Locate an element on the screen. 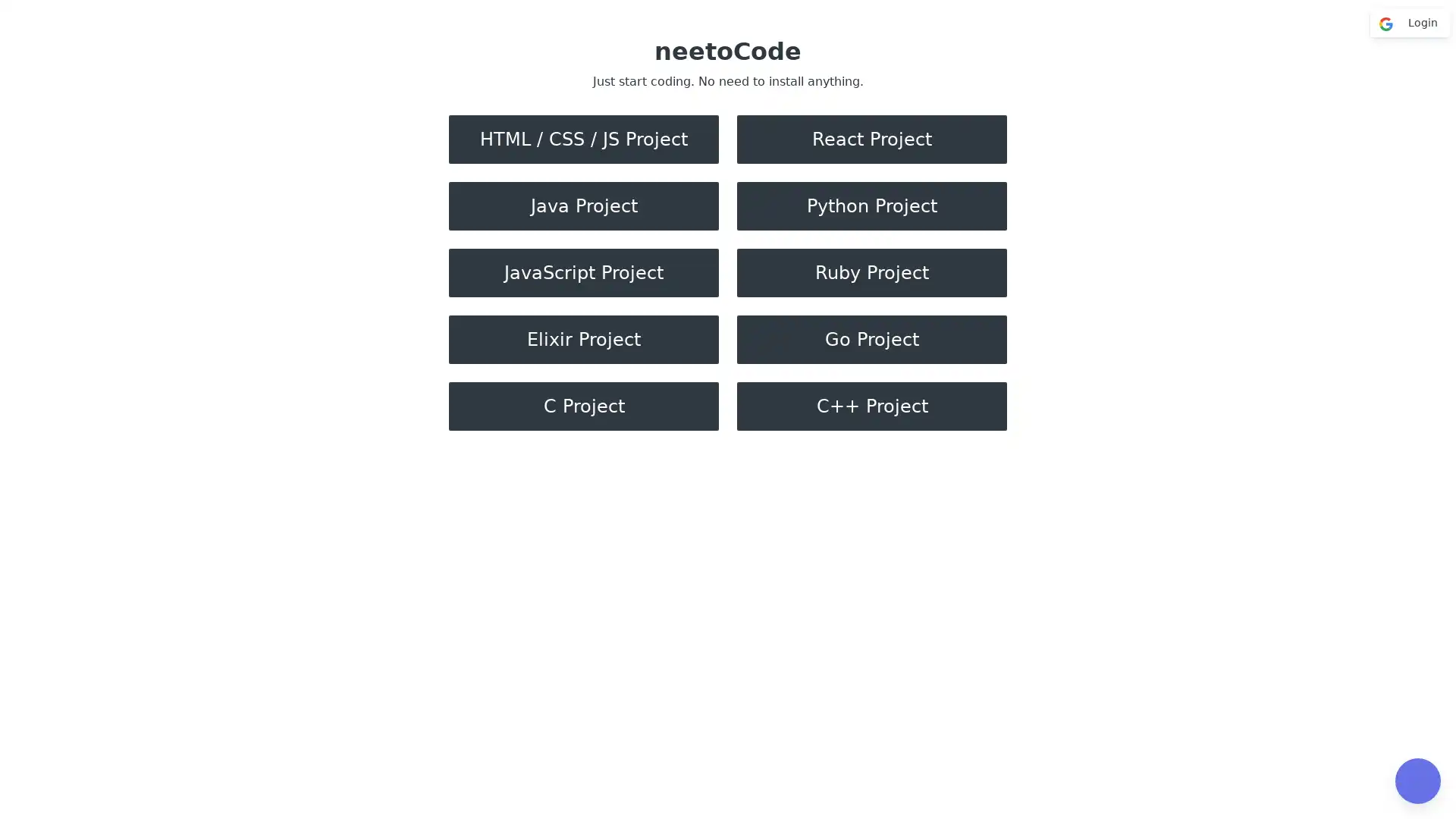  Ruby Project is located at coordinates (872, 271).